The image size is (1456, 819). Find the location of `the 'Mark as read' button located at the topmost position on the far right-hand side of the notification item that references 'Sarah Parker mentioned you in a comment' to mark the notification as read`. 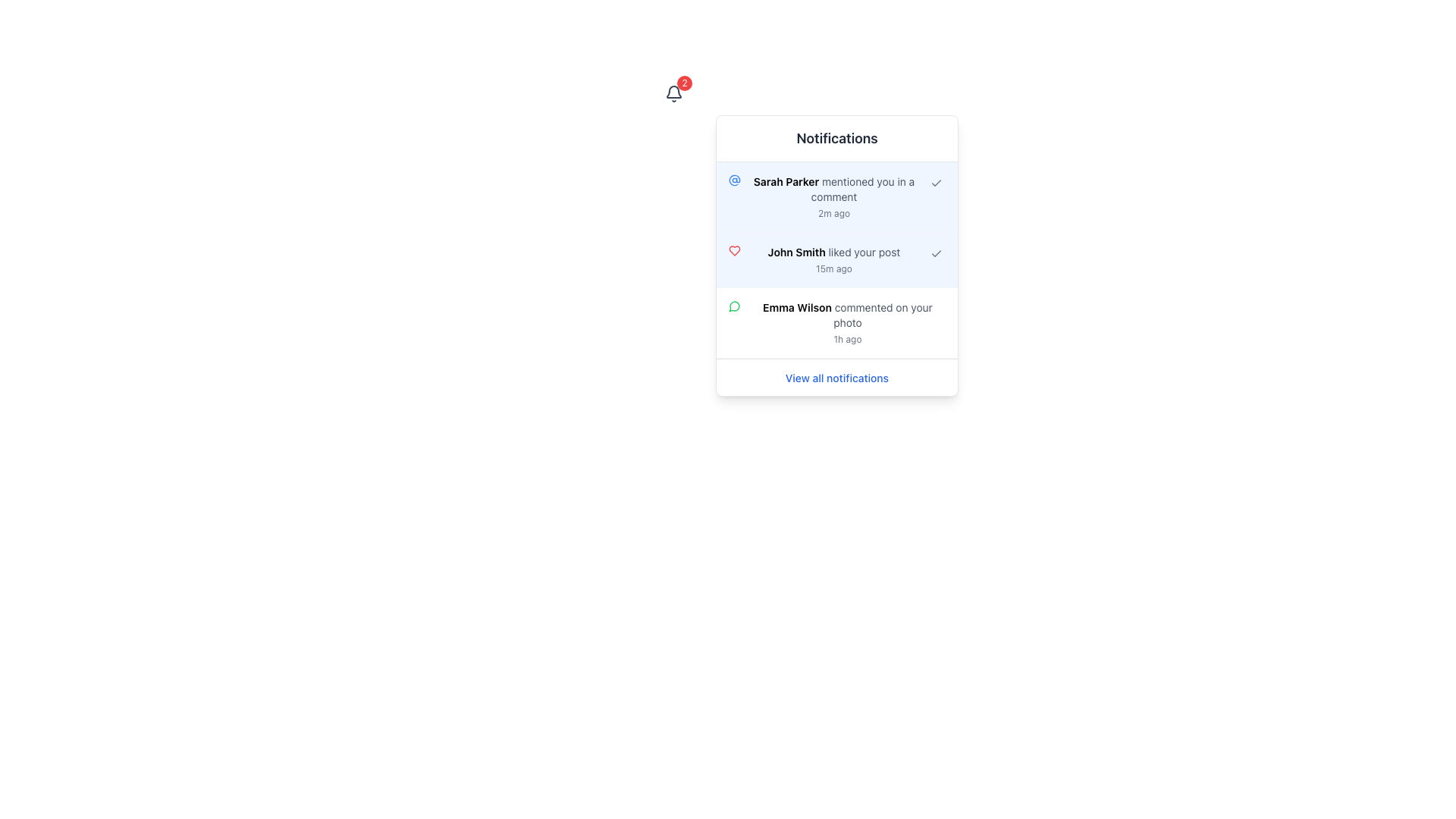

the 'Mark as read' button located at the topmost position on the far right-hand side of the notification item that references 'Sarah Parker mentioned you in a comment' to mark the notification as read is located at coordinates (935, 183).